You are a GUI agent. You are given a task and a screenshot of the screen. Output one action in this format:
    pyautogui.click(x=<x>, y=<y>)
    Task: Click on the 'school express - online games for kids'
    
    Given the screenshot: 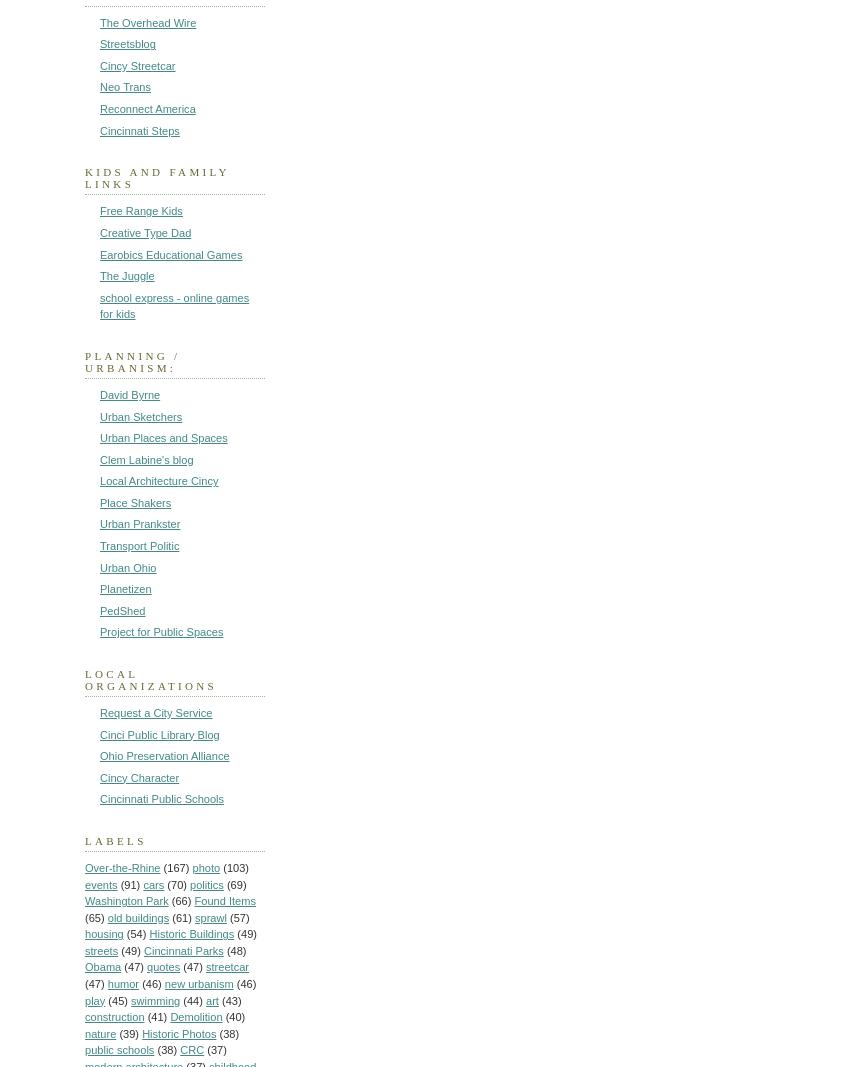 What is the action you would take?
    pyautogui.click(x=173, y=305)
    